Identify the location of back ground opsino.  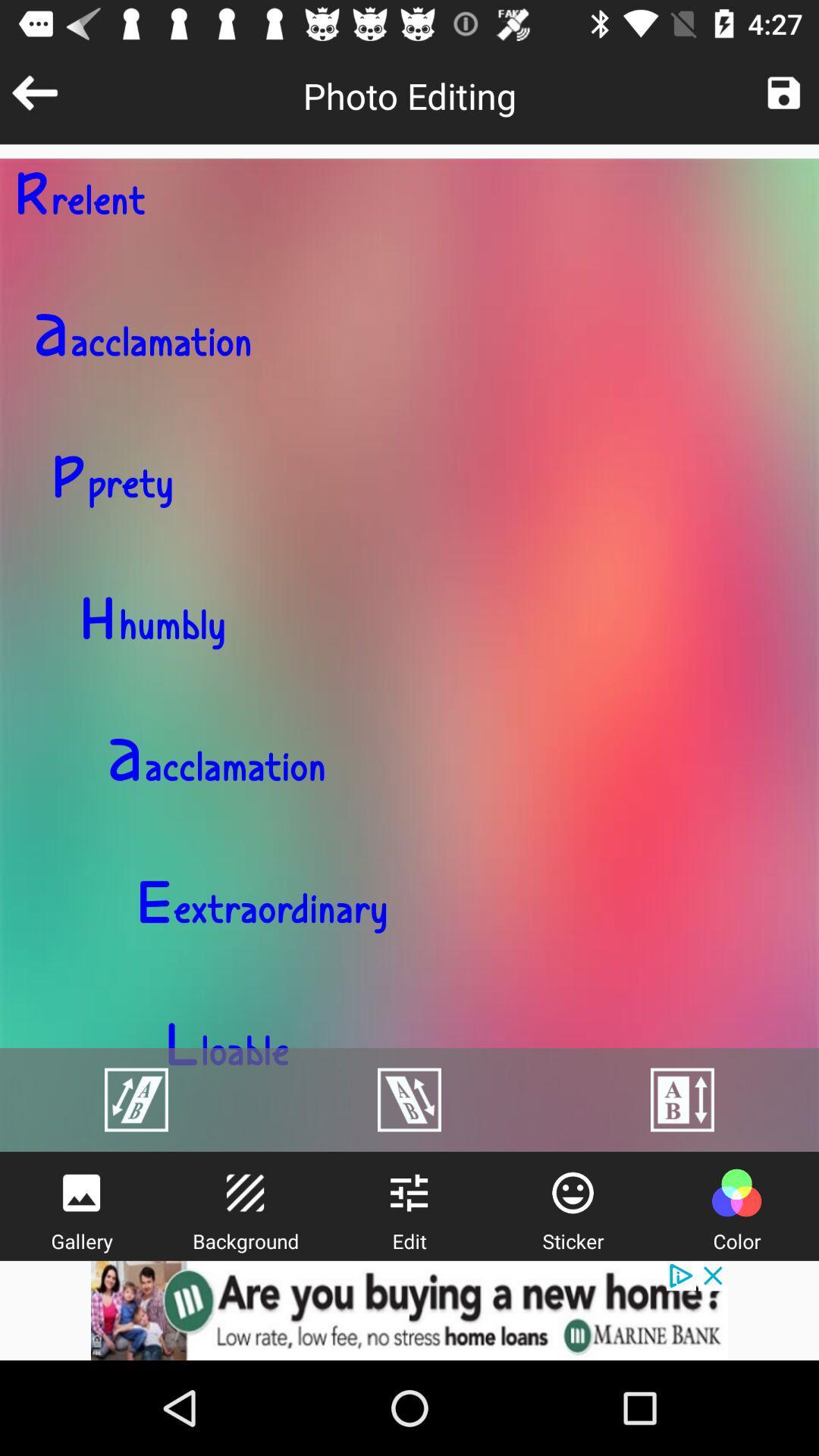
(244, 1192).